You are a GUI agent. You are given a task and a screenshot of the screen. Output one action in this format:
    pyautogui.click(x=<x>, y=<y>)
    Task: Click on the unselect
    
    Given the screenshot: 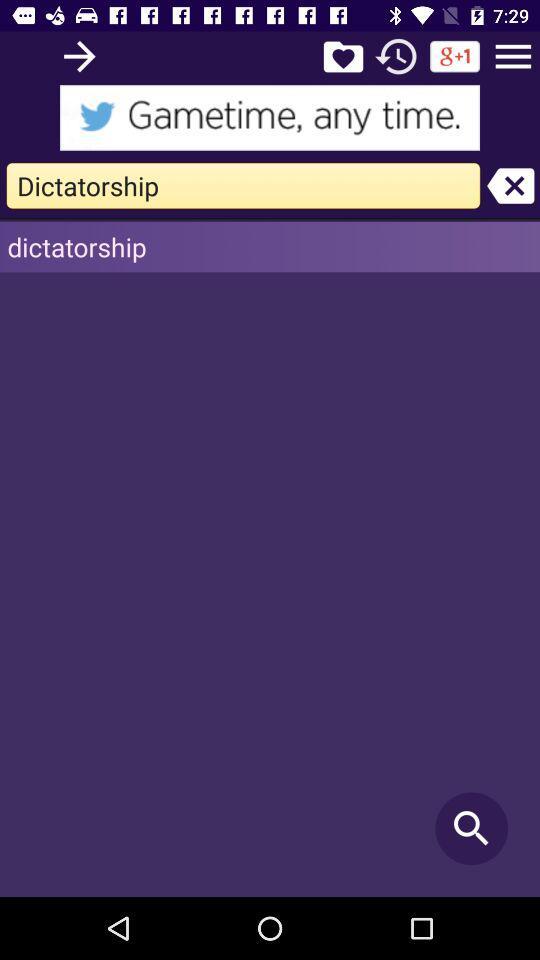 What is the action you would take?
    pyautogui.click(x=510, y=185)
    